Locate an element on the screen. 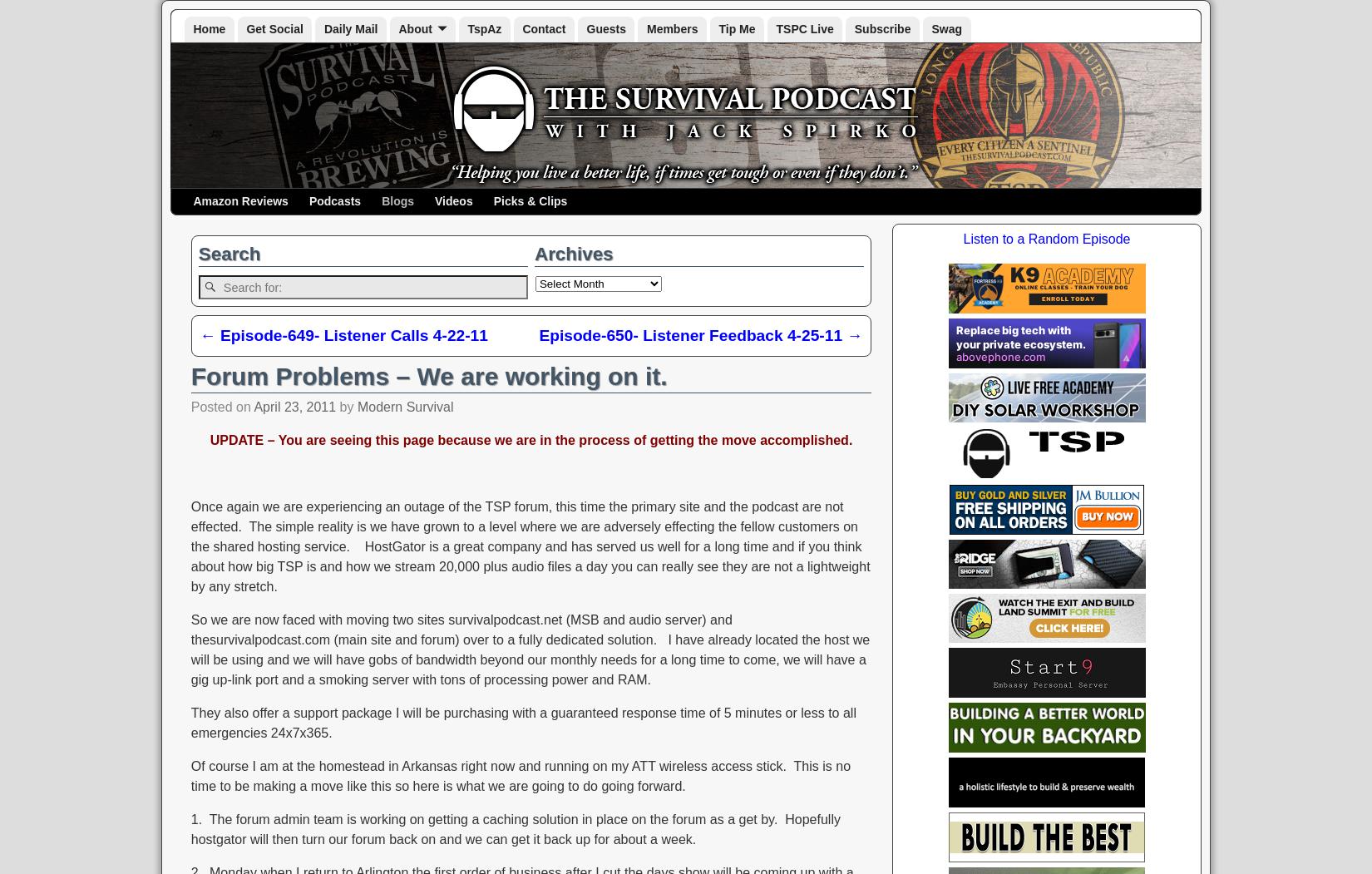  'Modern Survival' is located at coordinates (404, 406).